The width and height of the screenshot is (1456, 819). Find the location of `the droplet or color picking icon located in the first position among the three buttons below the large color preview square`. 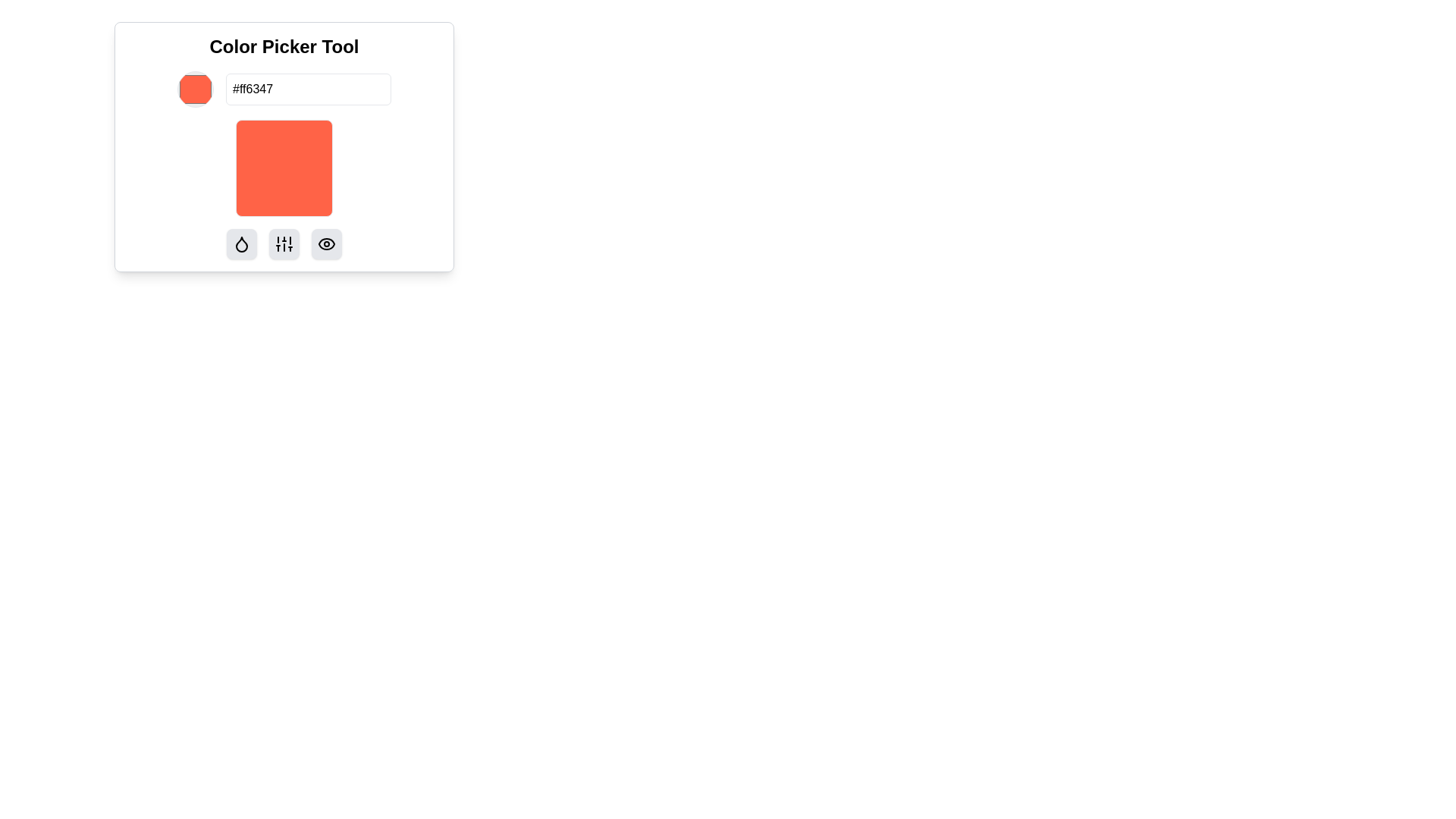

the droplet or color picking icon located in the first position among the three buttons below the large color preview square is located at coordinates (240, 243).